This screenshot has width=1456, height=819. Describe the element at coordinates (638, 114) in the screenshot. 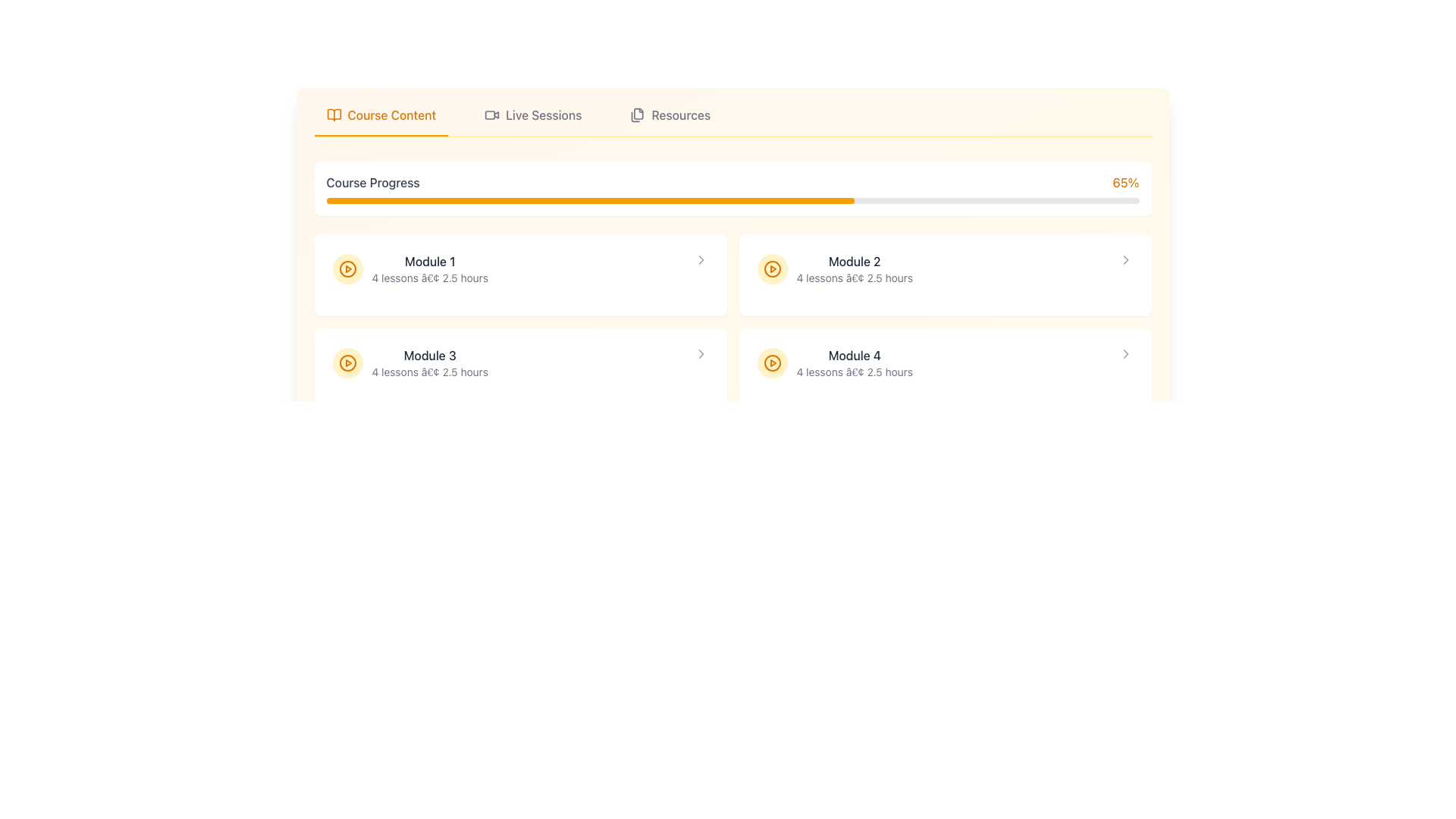

I see `the 'Resources' icon in the navigation menu` at that location.